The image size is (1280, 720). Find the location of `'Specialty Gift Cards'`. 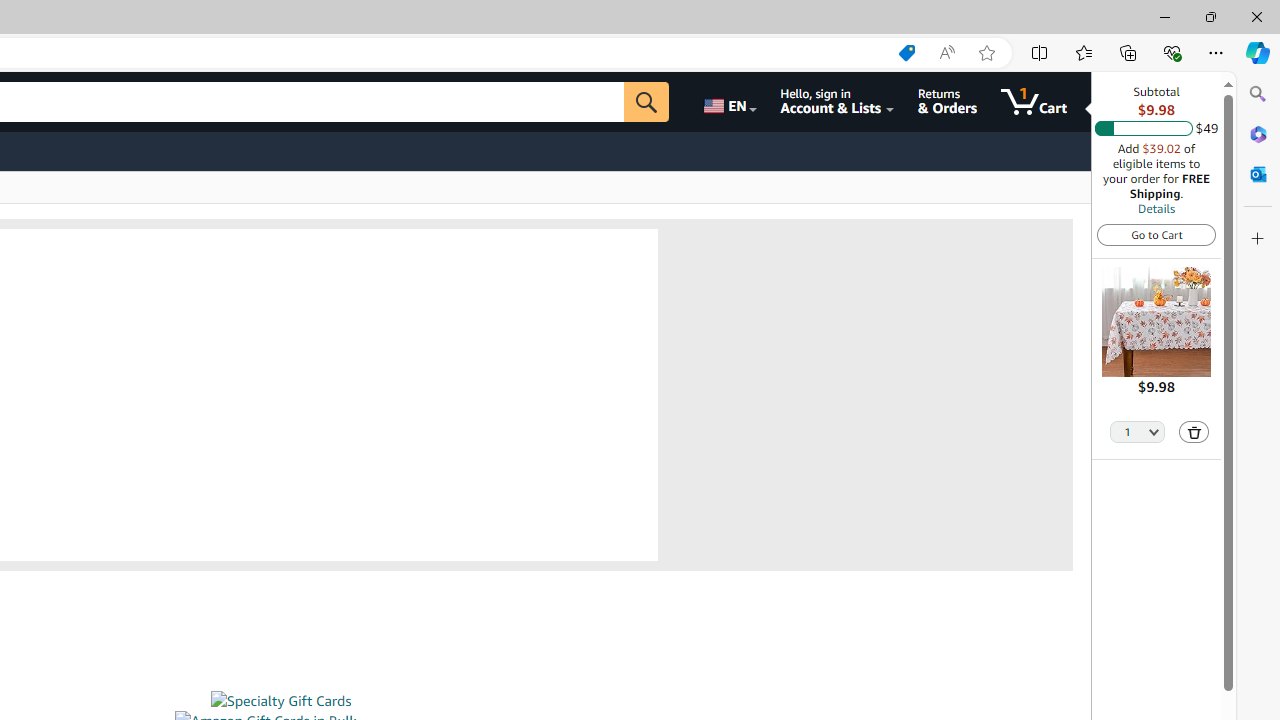

'Specialty Gift Cards' is located at coordinates (279, 700).